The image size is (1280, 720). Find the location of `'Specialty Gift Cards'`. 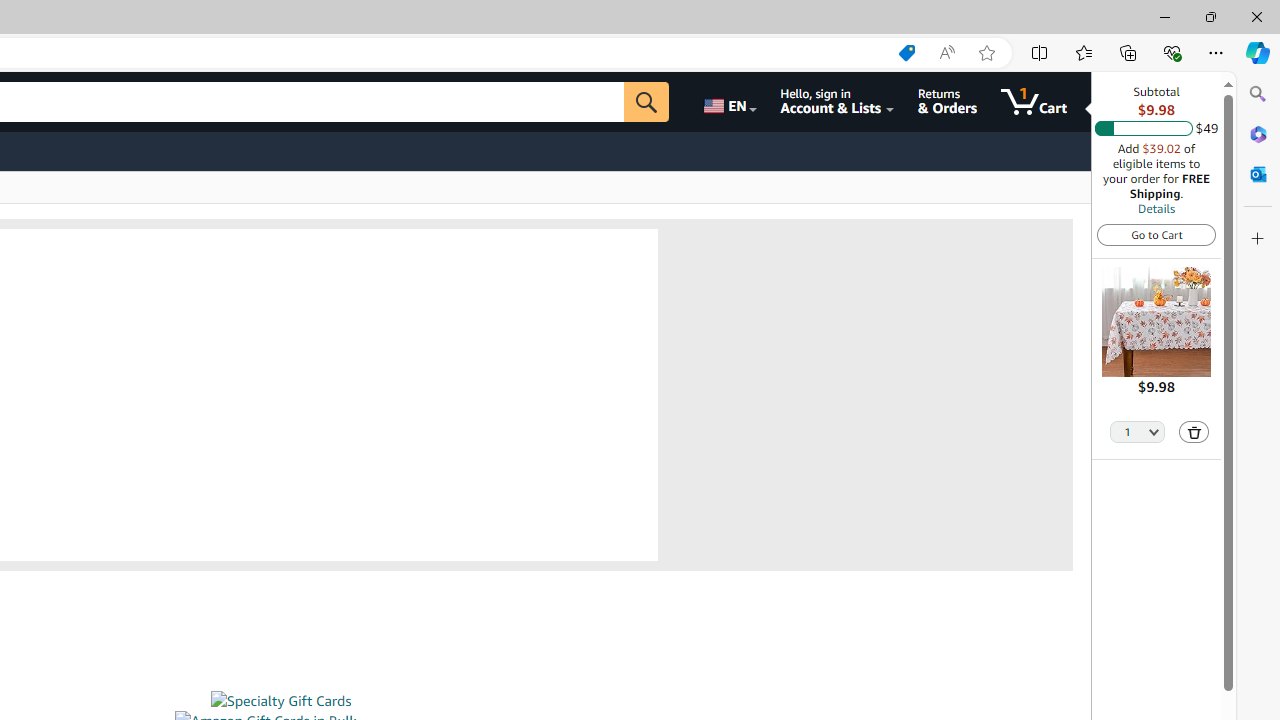

'Specialty Gift Cards' is located at coordinates (279, 700).